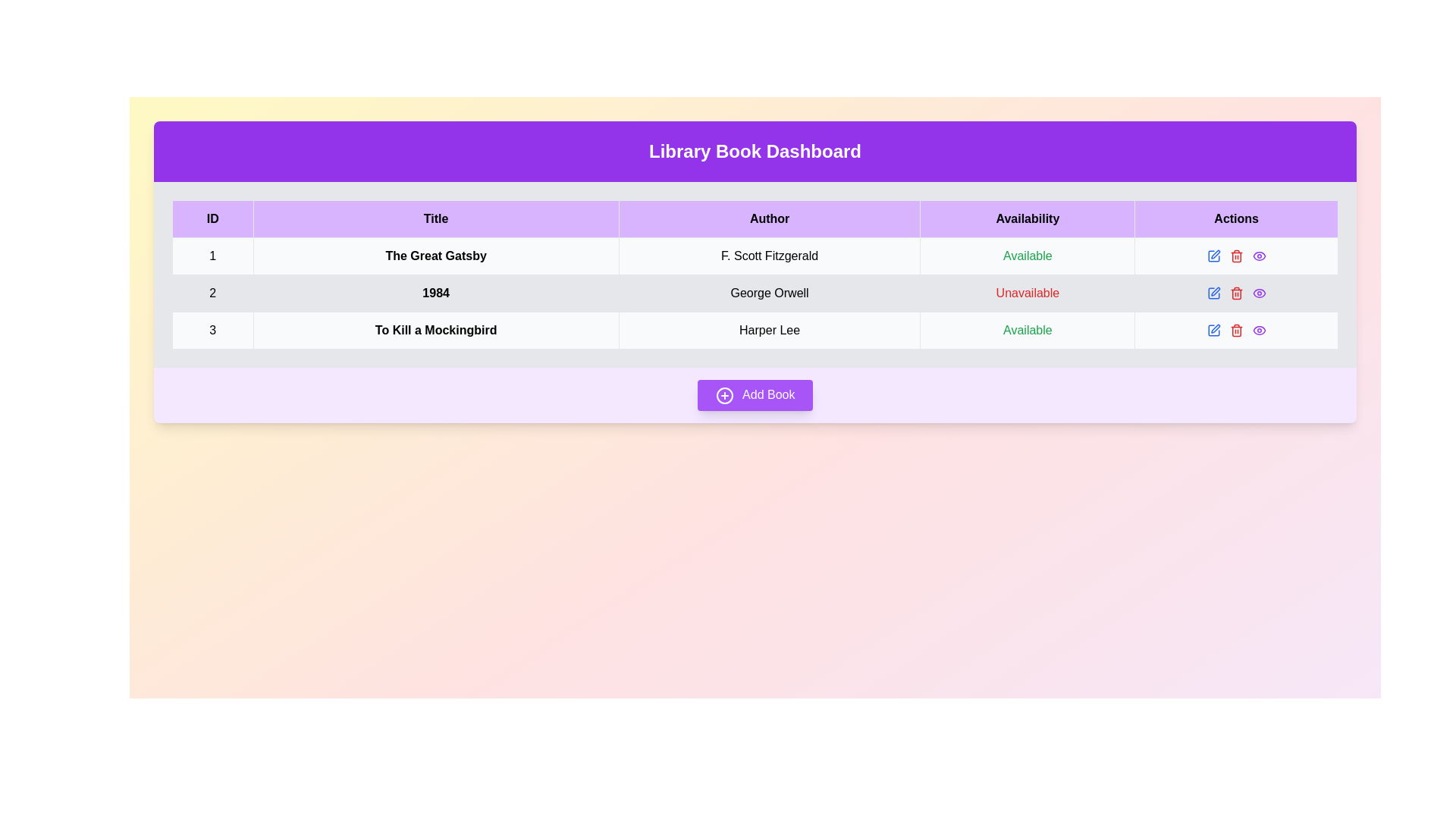 The image size is (1456, 819). I want to click on the header labeled 'Title' in the data table, which has a lavender background and bold black text, located in the second column between 'ID' and 'Author', so click(435, 219).